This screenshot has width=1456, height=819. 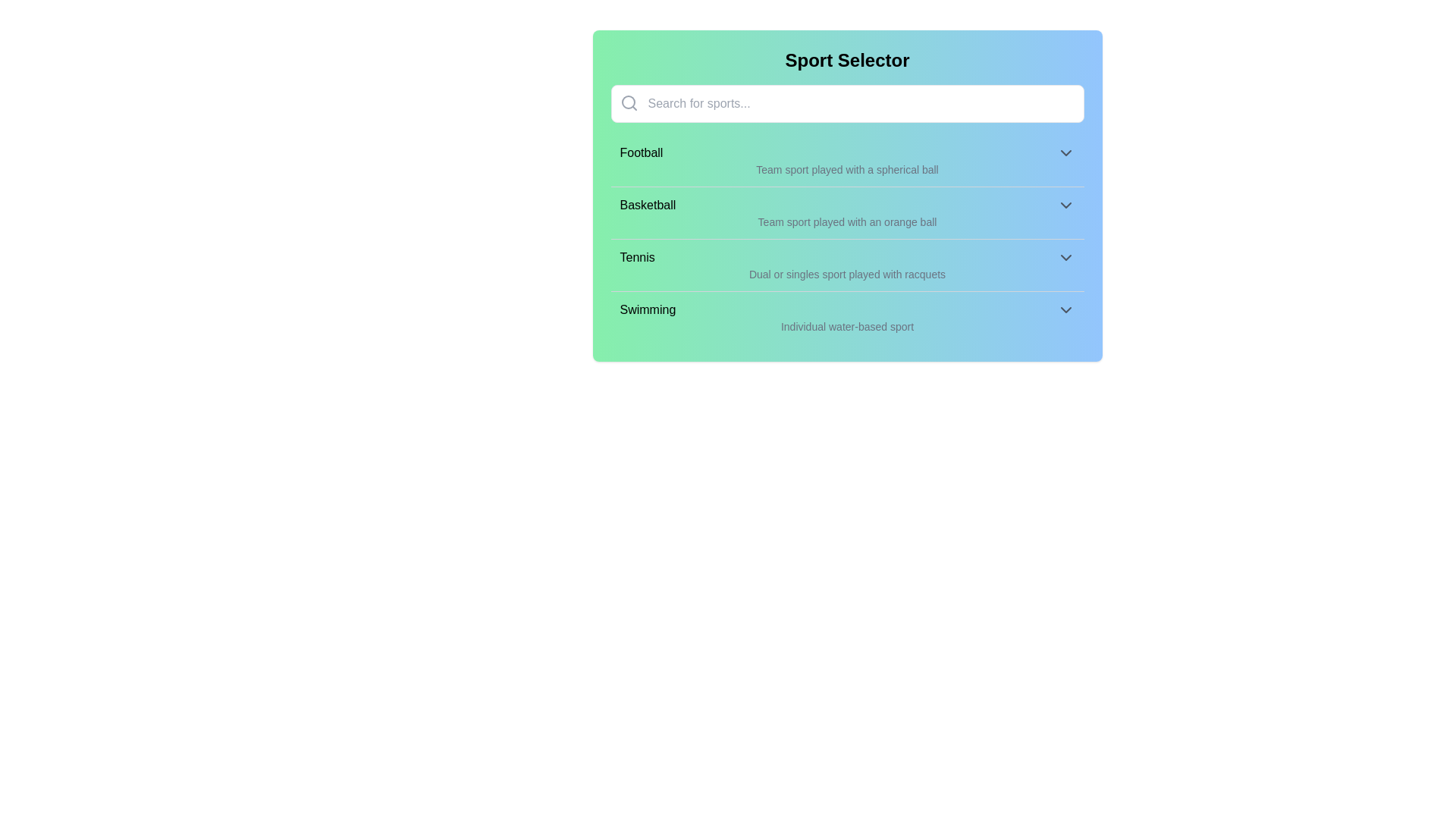 What do you see at coordinates (637, 256) in the screenshot?
I see `the text label displaying 'Tennis'` at bounding box center [637, 256].